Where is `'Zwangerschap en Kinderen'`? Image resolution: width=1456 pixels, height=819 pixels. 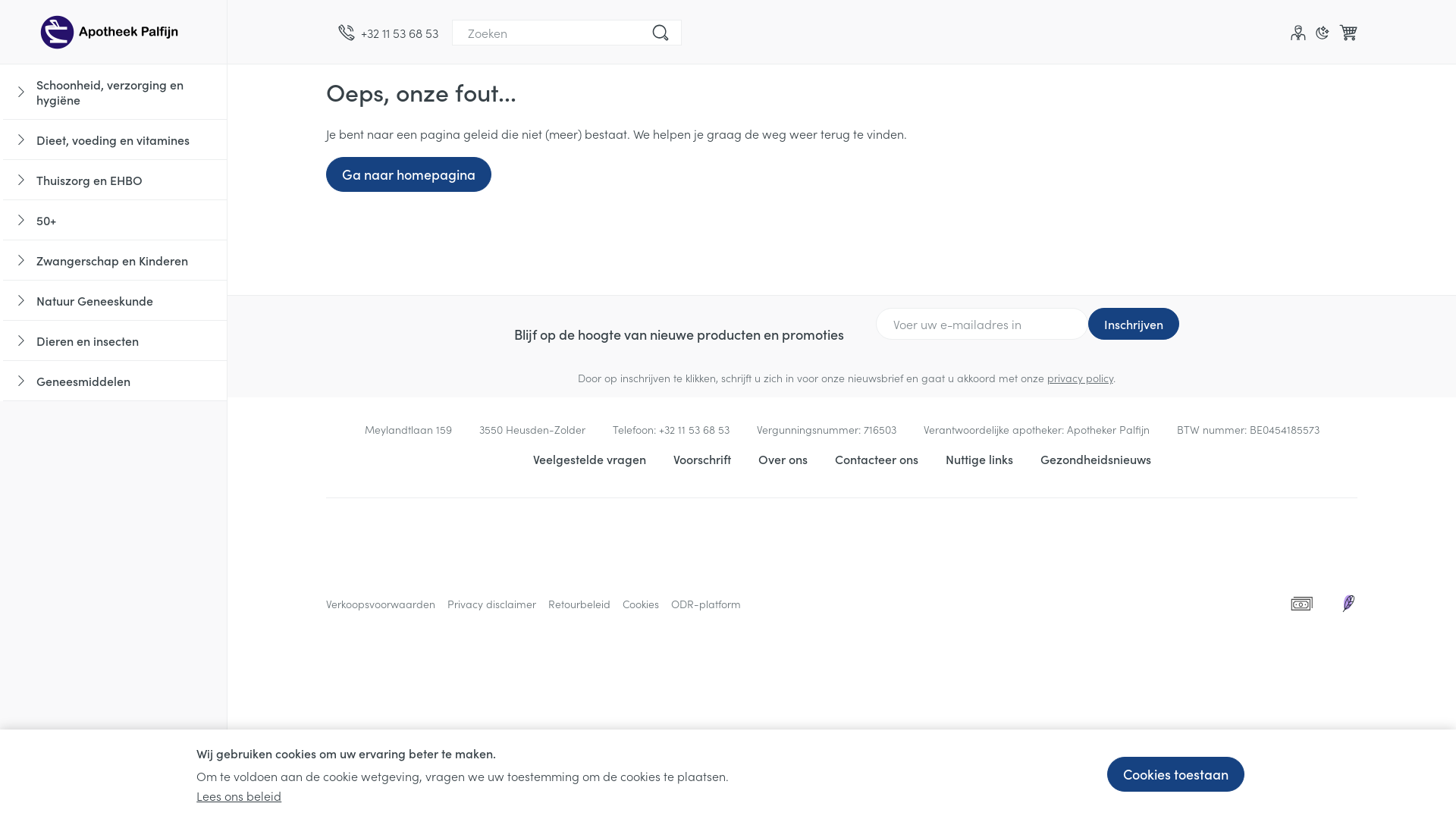 'Zwangerschap en Kinderen' is located at coordinates (114, 259).